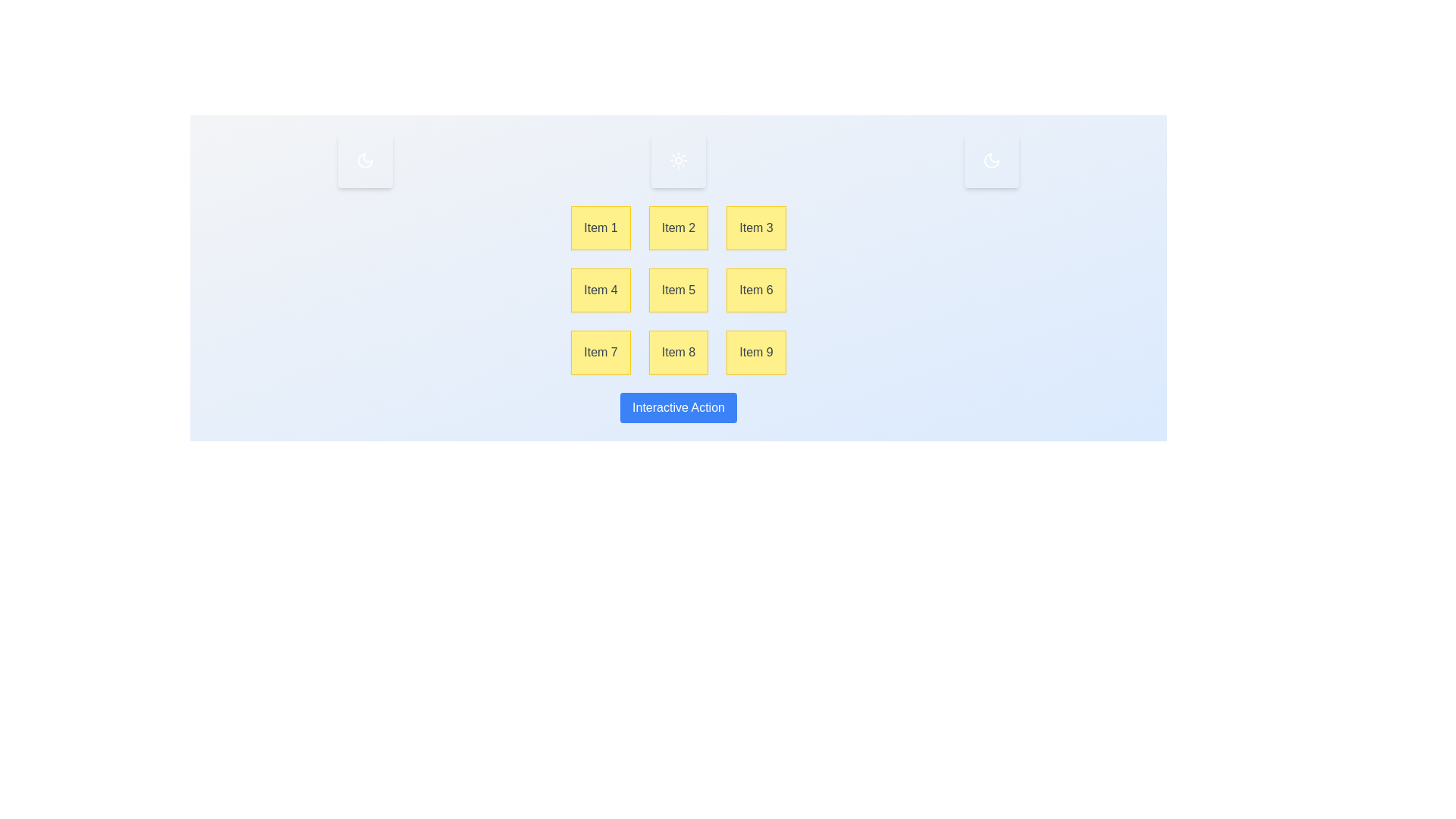 The width and height of the screenshot is (1456, 819). I want to click on the static text label displaying 'Item 3', which is styled with gray text and located in the last column of the first row in a grid layout, so click(756, 227).